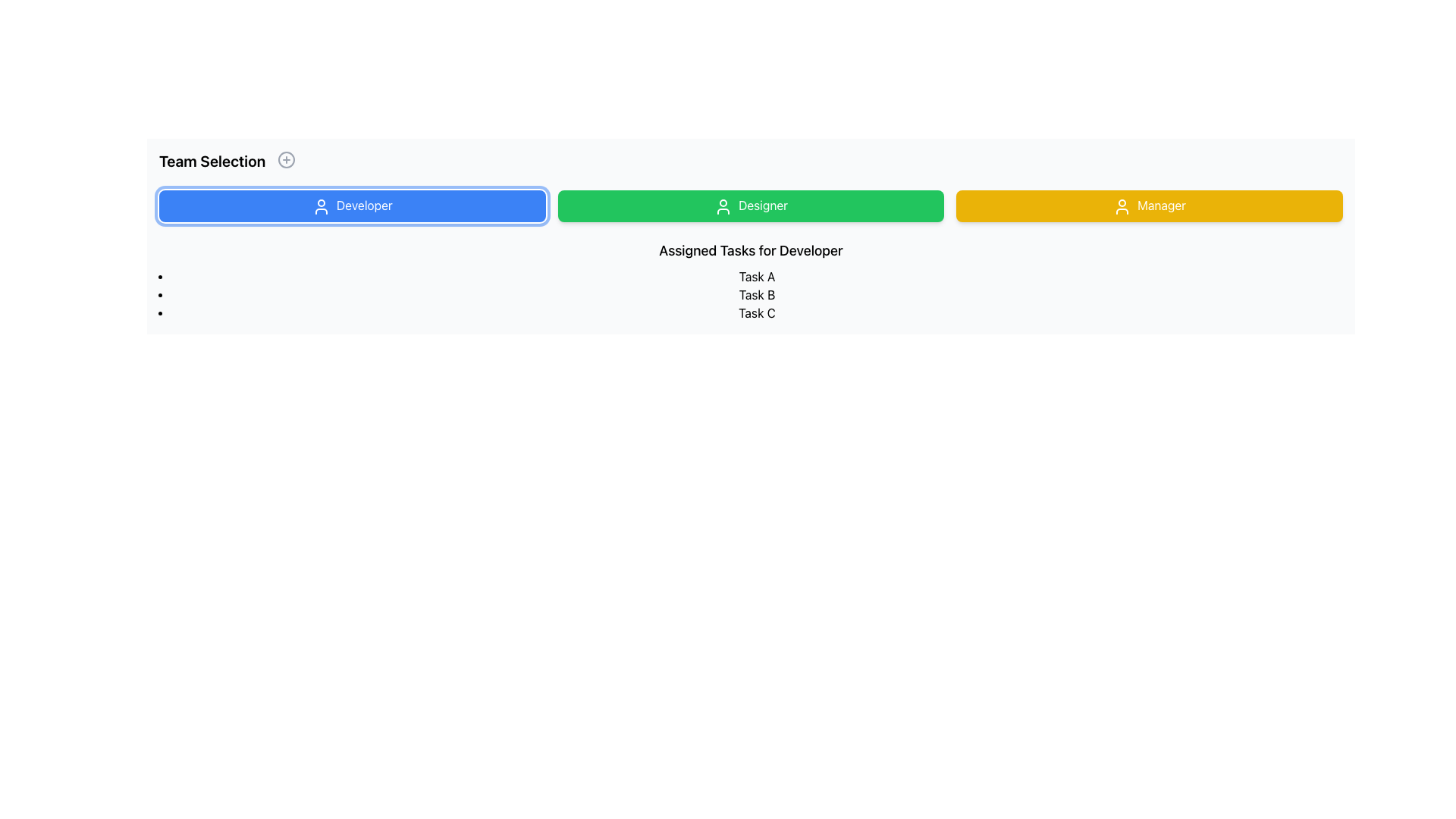  I want to click on the text label displaying 'Task C', which is the third item in a vertical list beneath the heading 'Assigned Tasks for Developer', so click(757, 312).